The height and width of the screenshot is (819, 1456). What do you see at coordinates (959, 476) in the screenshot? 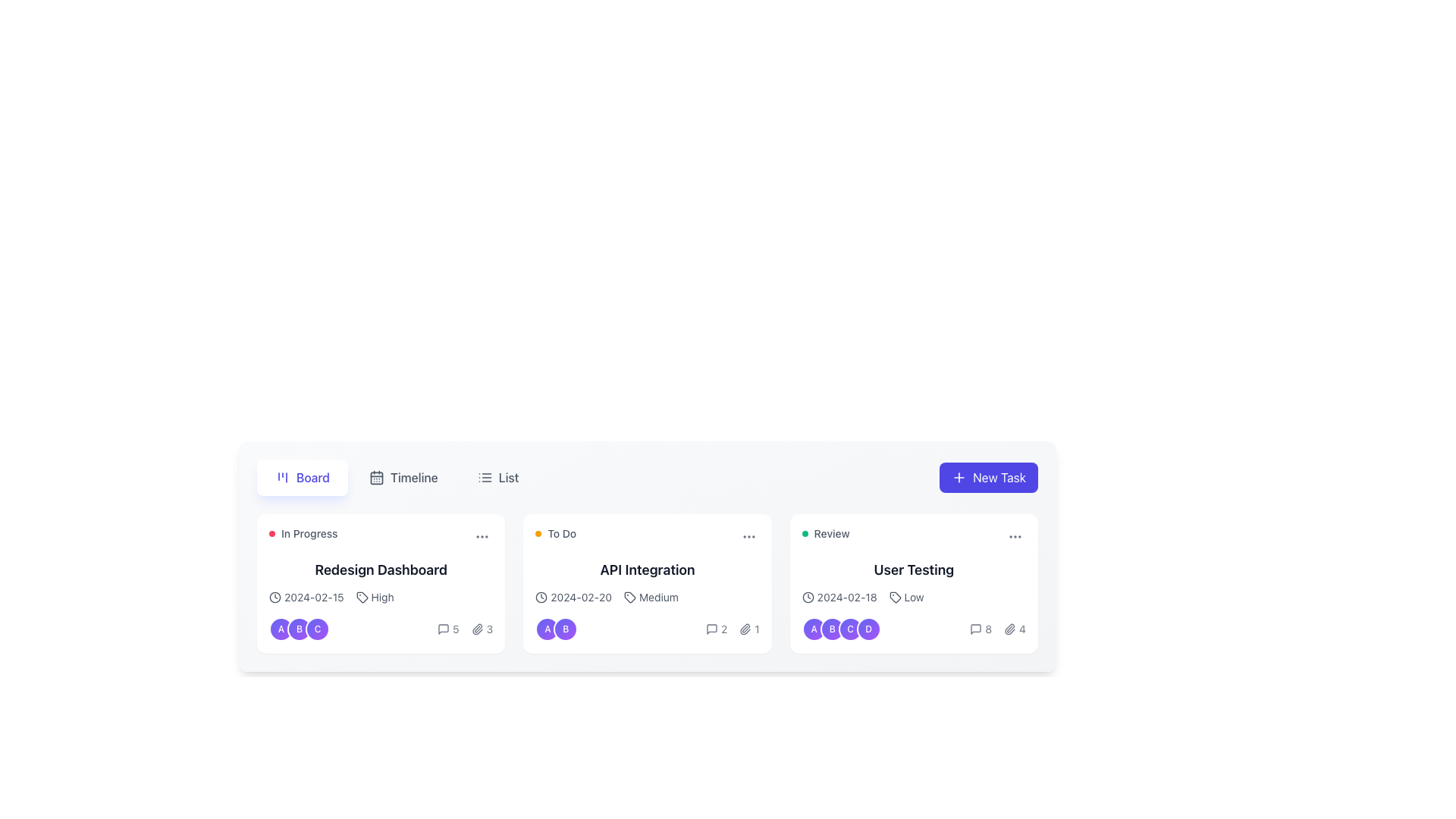
I see `the plus sign icon within the purple rounded rectangular button labeled 'New Task' located in the top-right corner of the task management interface` at bounding box center [959, 476].